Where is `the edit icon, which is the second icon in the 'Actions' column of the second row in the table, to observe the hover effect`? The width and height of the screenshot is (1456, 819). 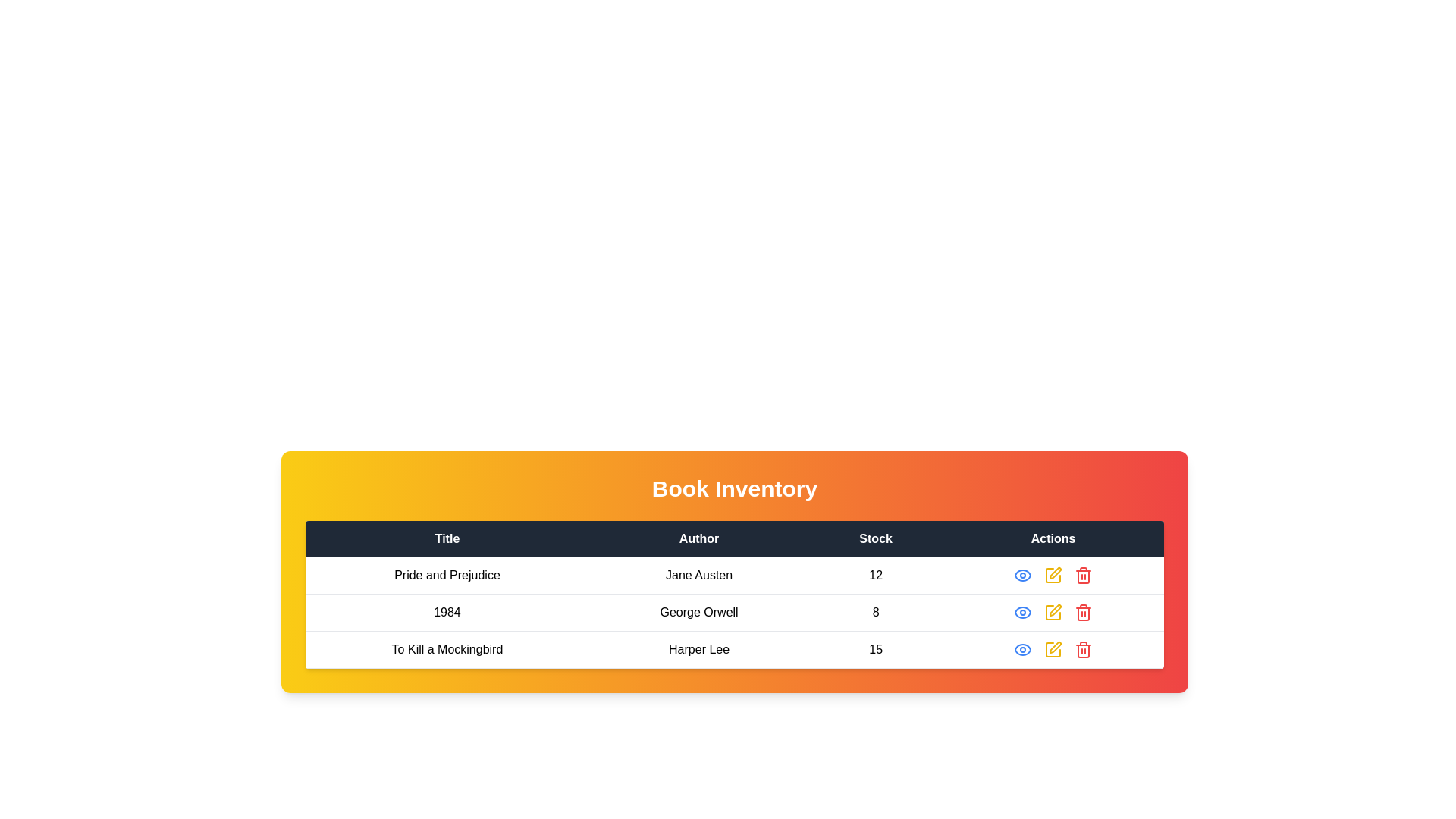 the edit icon, which is the second icon in the 'Actions' column of the second row in the table, to observe the hover effect is located at coordinates (1053, 611).